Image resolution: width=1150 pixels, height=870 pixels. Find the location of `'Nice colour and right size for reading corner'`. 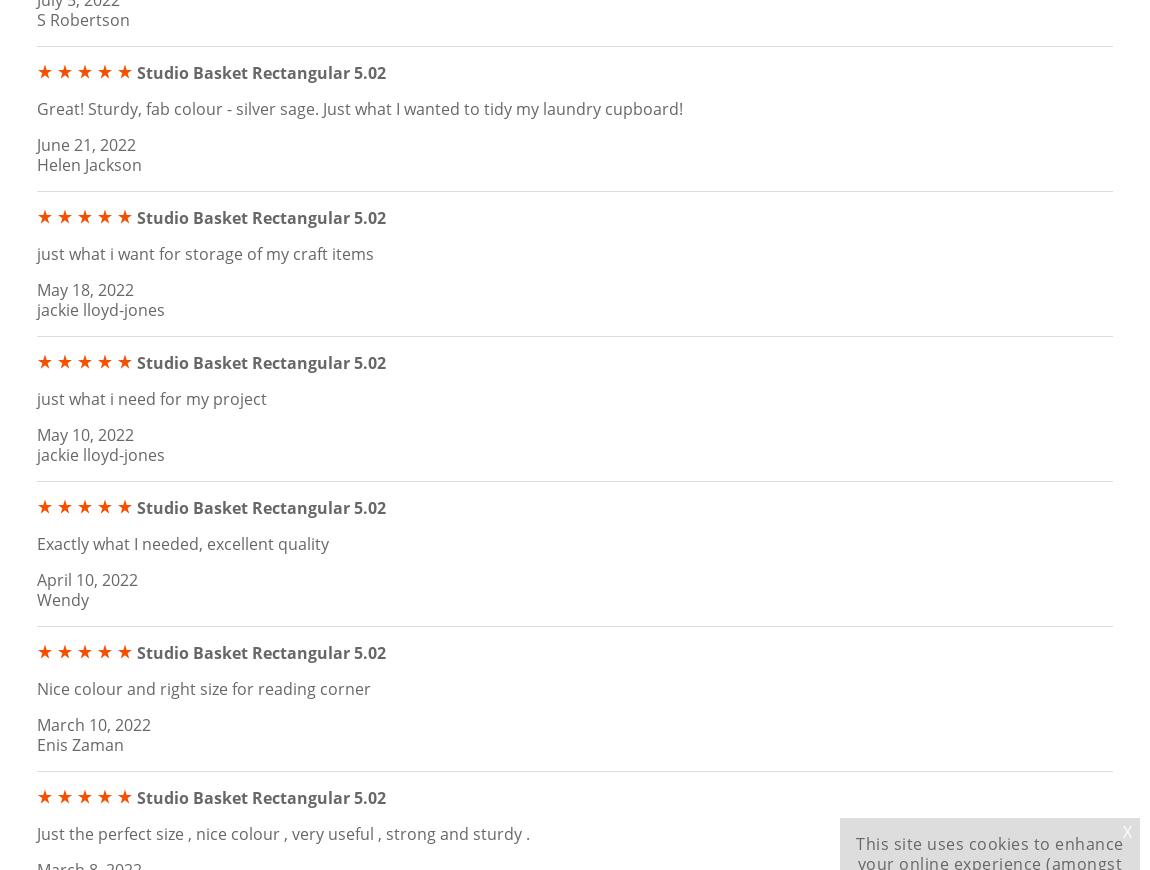

'Nice colour and right size for reading corner' is located at coordinates (203, 687).